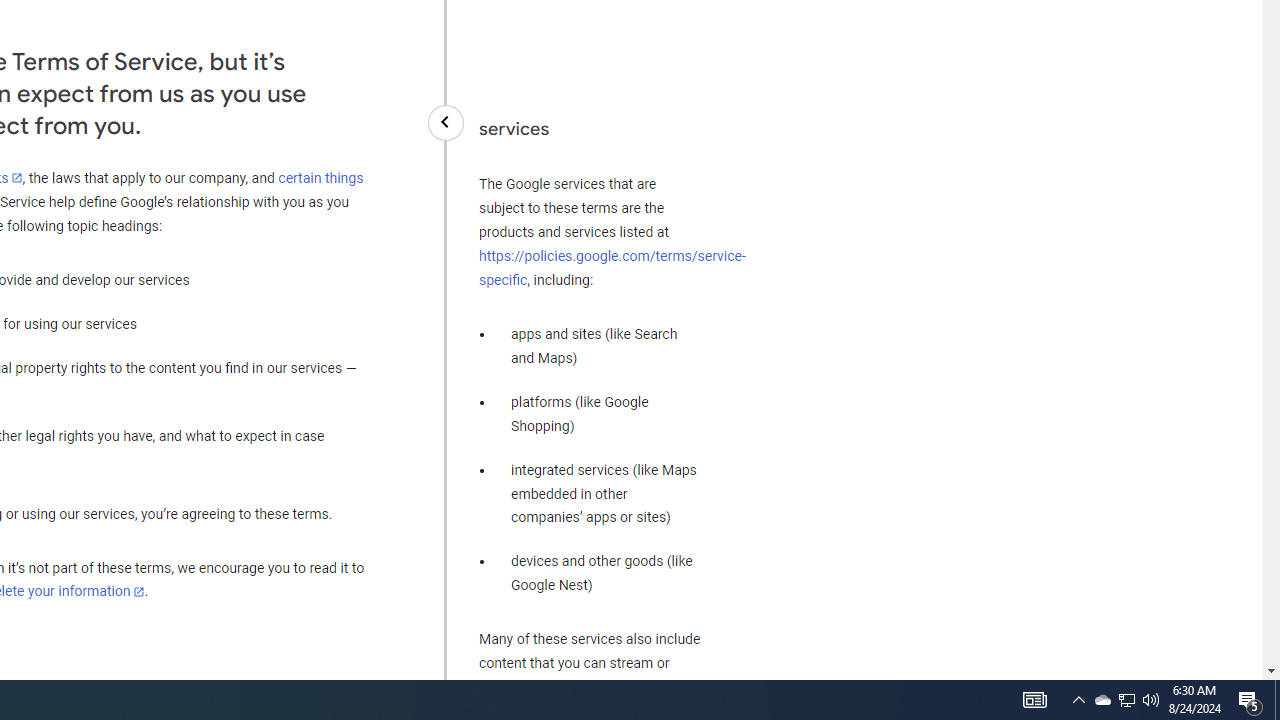 The width and height of the screenshot is (1280, 720). I want to click on 'https://policies.google.com/terms/service-specific', so click(611, 266).